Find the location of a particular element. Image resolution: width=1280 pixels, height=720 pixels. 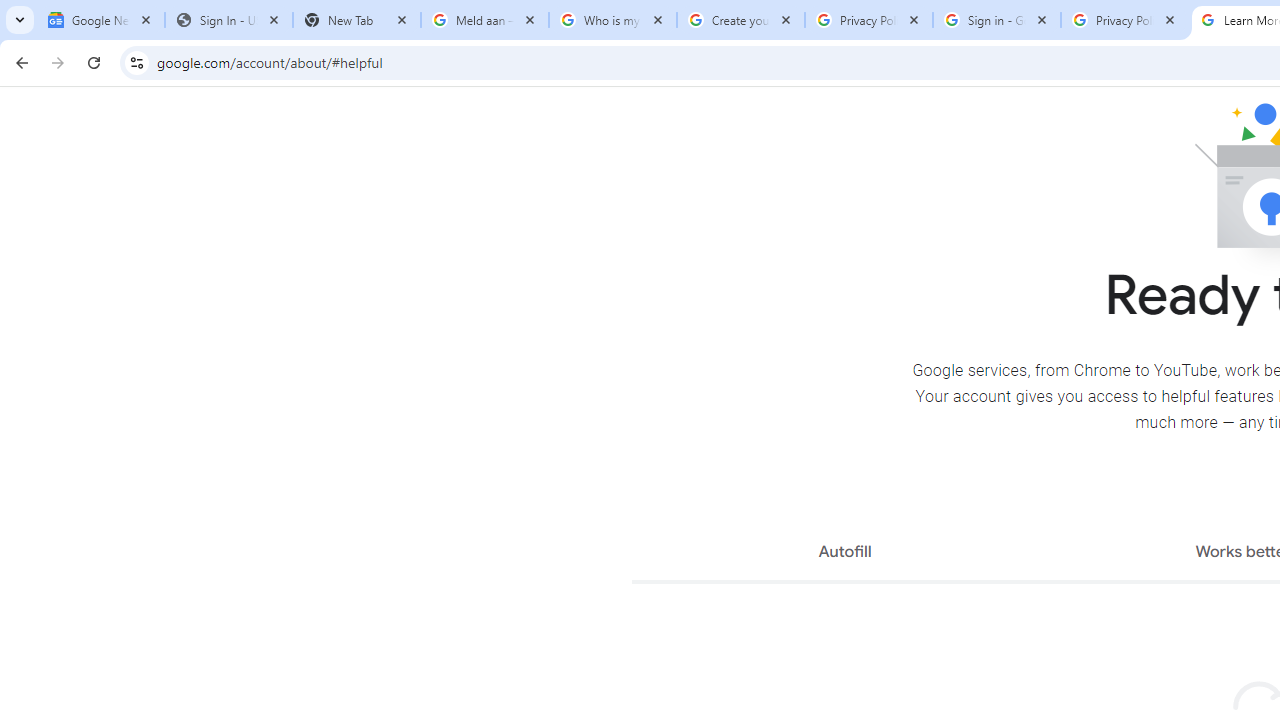

'New Tab' is located at coordinates (357, 20).